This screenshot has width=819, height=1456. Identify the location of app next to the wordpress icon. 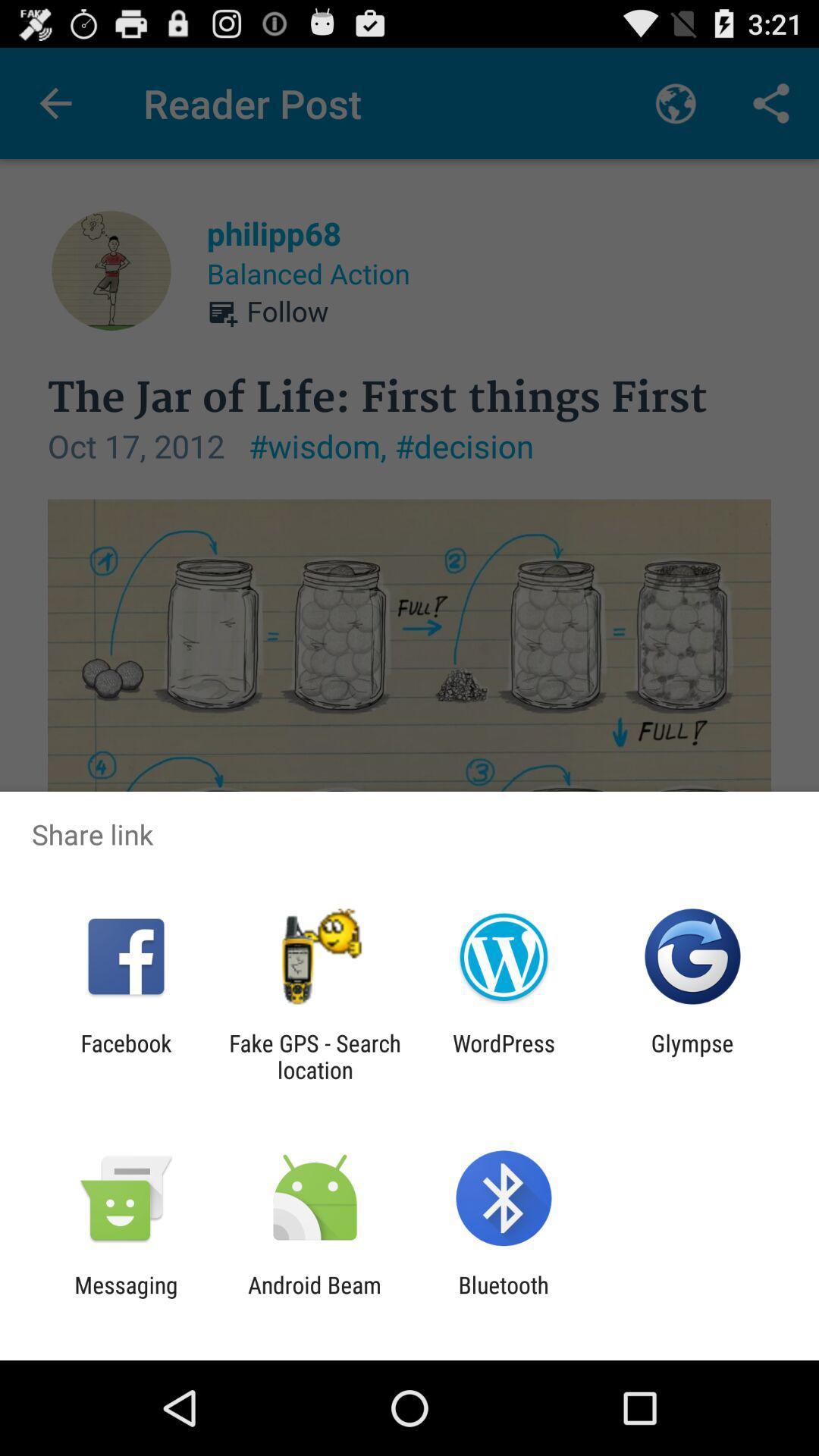
(692, 1056).